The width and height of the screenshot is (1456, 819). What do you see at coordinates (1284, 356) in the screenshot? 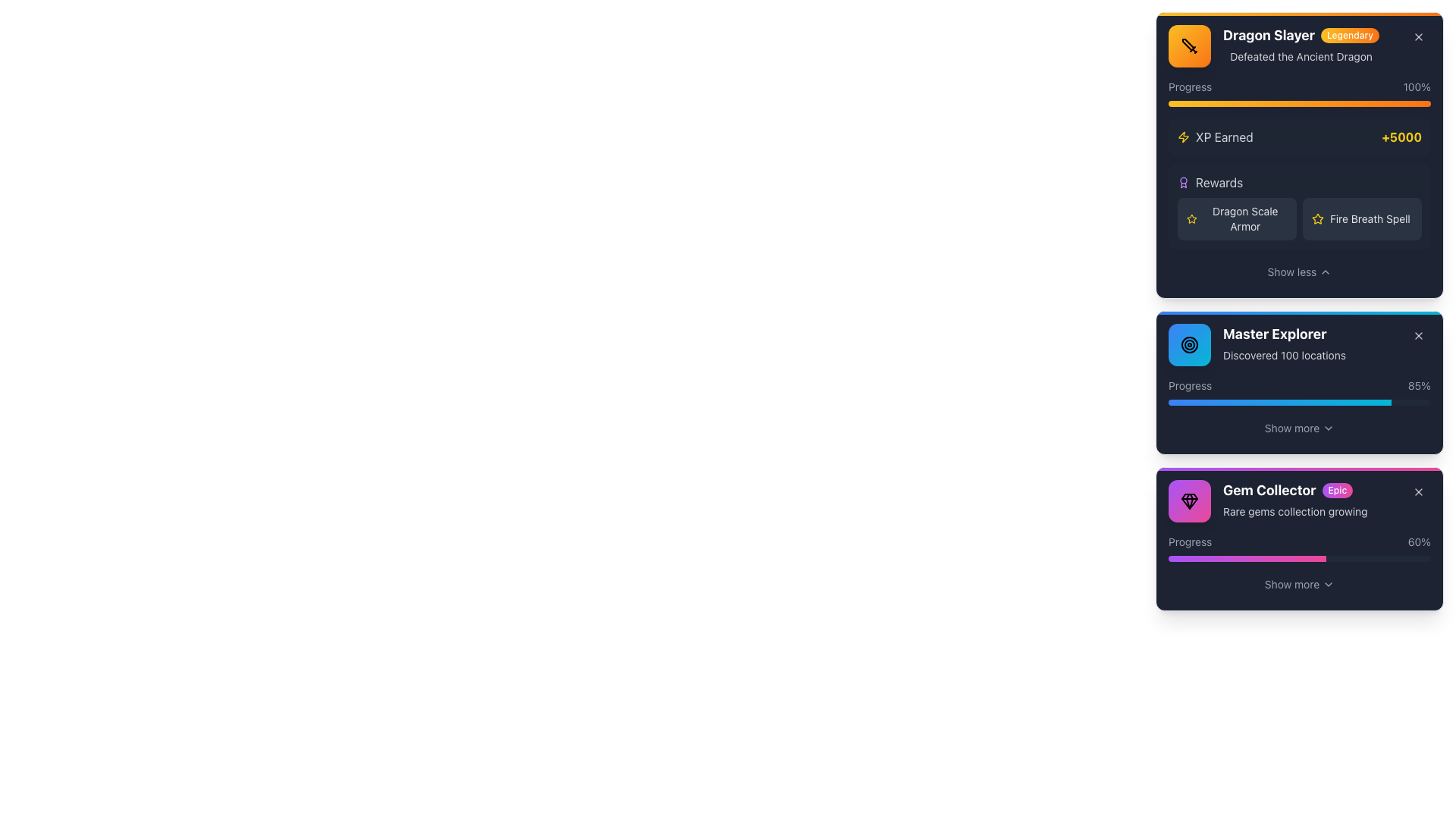
I see `the informational text label reading 'Discovered 100 locations' located beneath the title 'Master Explorer' and above the progress bar in the 'Master Explorer' achievement card` at bounding box center [1284, 356].